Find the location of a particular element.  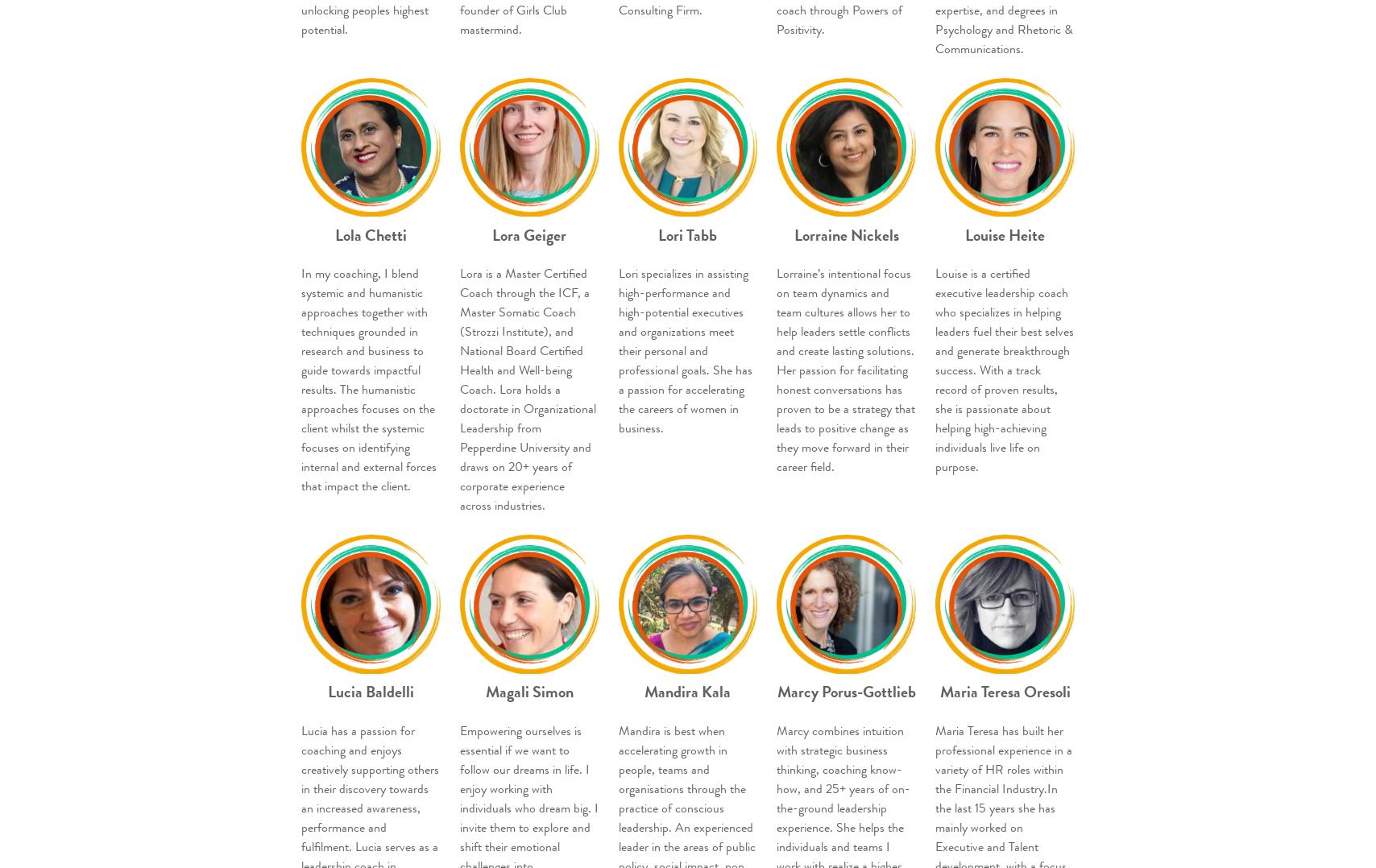

'Louise is a certified executive leadership coach who specializes in helping leaders fuel their best selves and generate breakthrough success. With a track record of proven results, she is passionate about helping high-achieving individuals live life on purpose.' is located at coordinates (1005, 370).